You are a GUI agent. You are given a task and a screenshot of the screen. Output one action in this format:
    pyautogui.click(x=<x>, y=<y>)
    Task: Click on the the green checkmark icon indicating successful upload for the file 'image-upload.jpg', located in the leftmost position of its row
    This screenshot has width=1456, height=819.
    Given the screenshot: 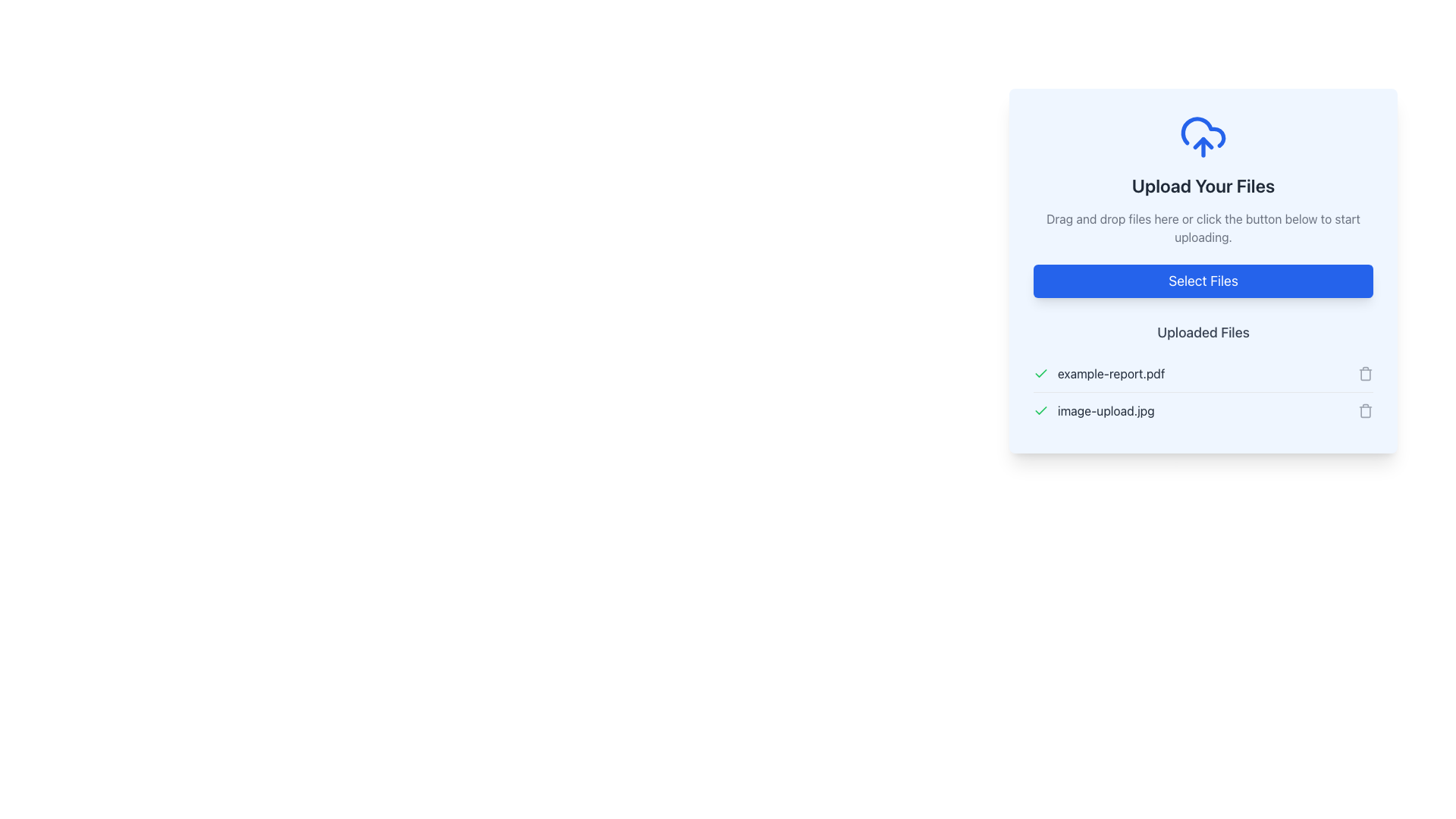 What is the action you would take?
    pyautogui.click(x=1040, y=411)
    